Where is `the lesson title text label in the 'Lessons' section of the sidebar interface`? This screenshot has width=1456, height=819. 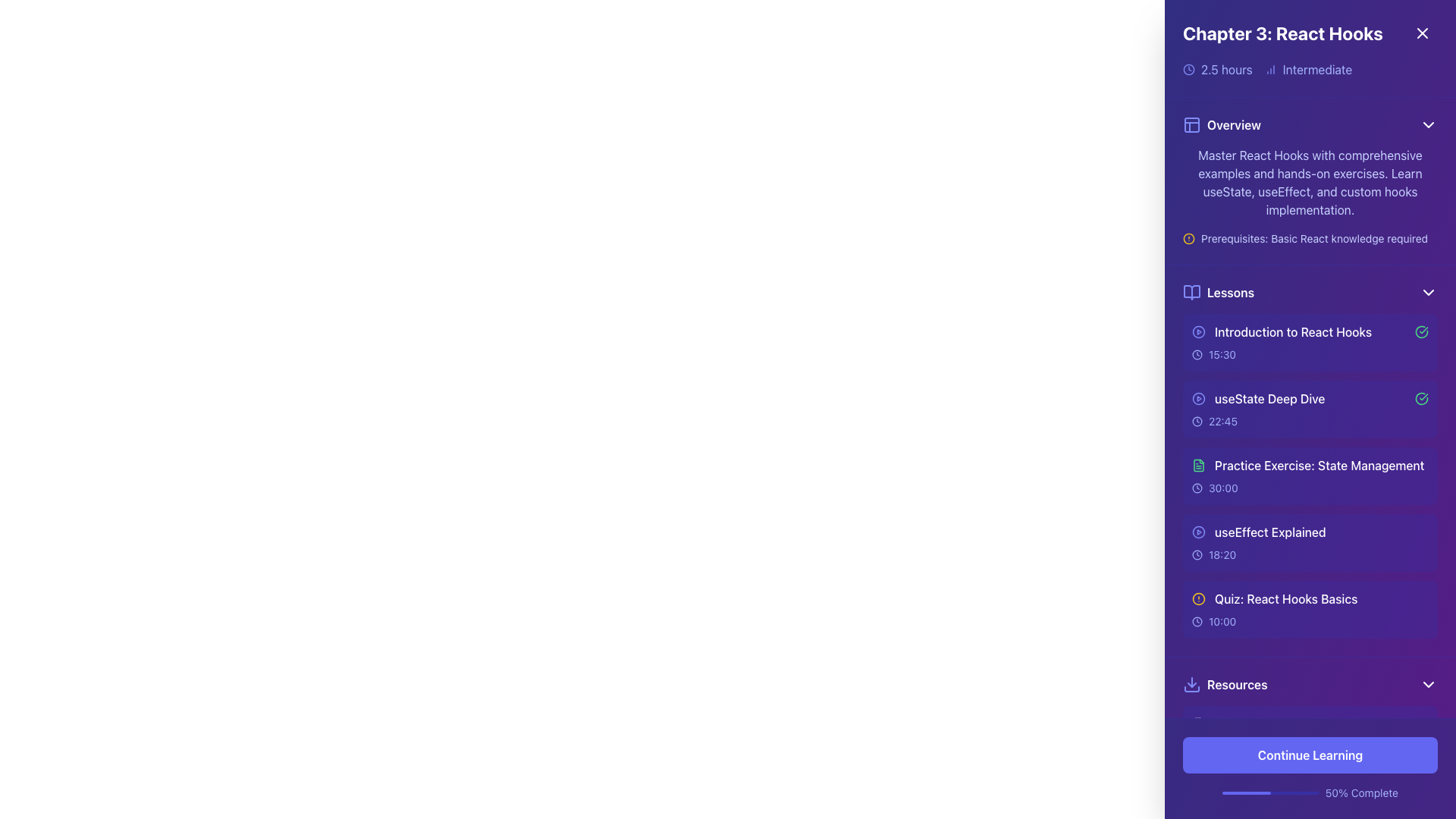
the lesson title text label in the 'Lessons' section of the sidebar interface is located at coordinates (1280, 331).